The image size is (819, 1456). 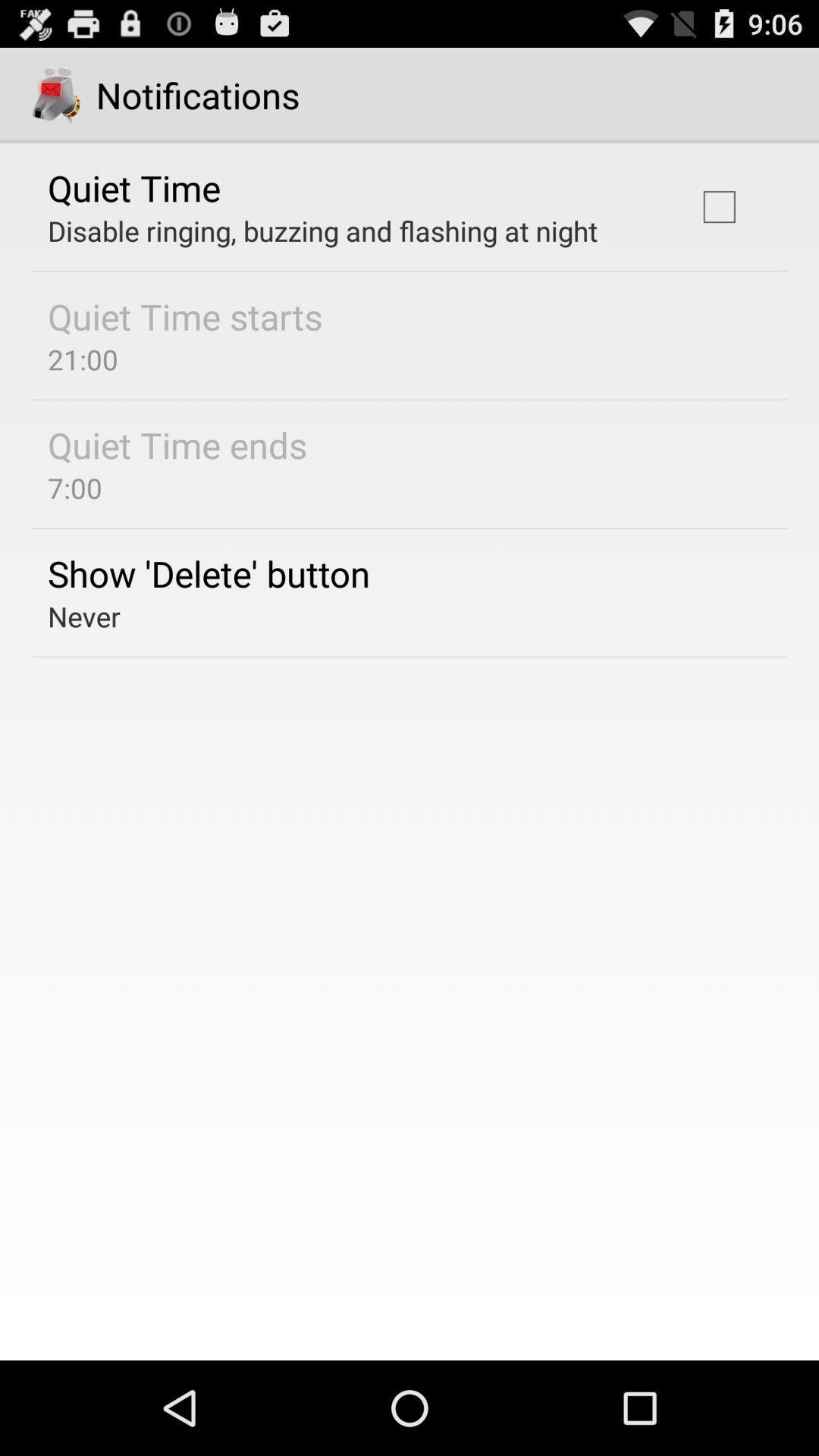 I want to click on the app at the top, so click(x=322, y=230).